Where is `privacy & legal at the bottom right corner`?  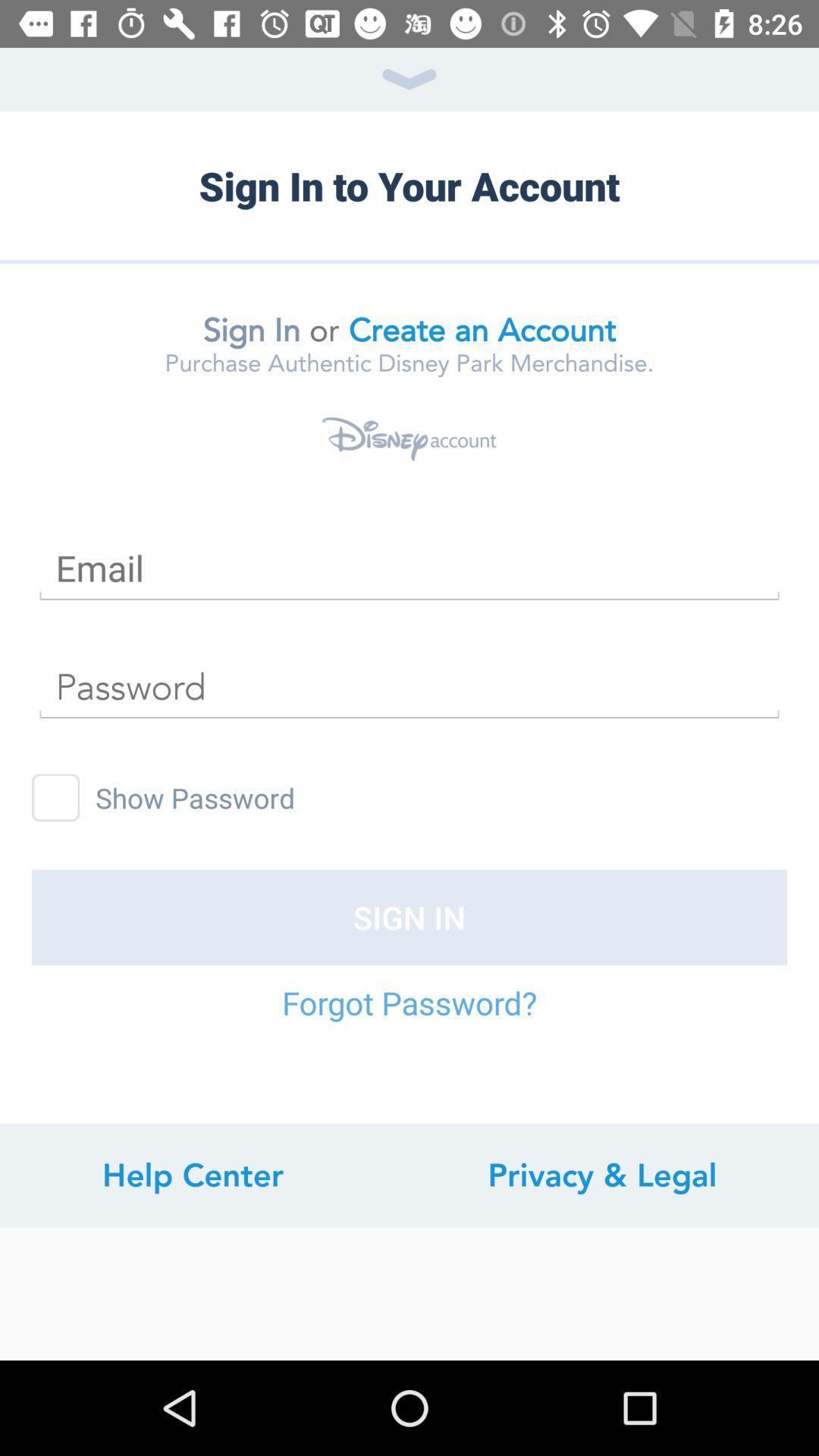
privacy & legal at the bottom right corner is located at coordinates (601, 1175).